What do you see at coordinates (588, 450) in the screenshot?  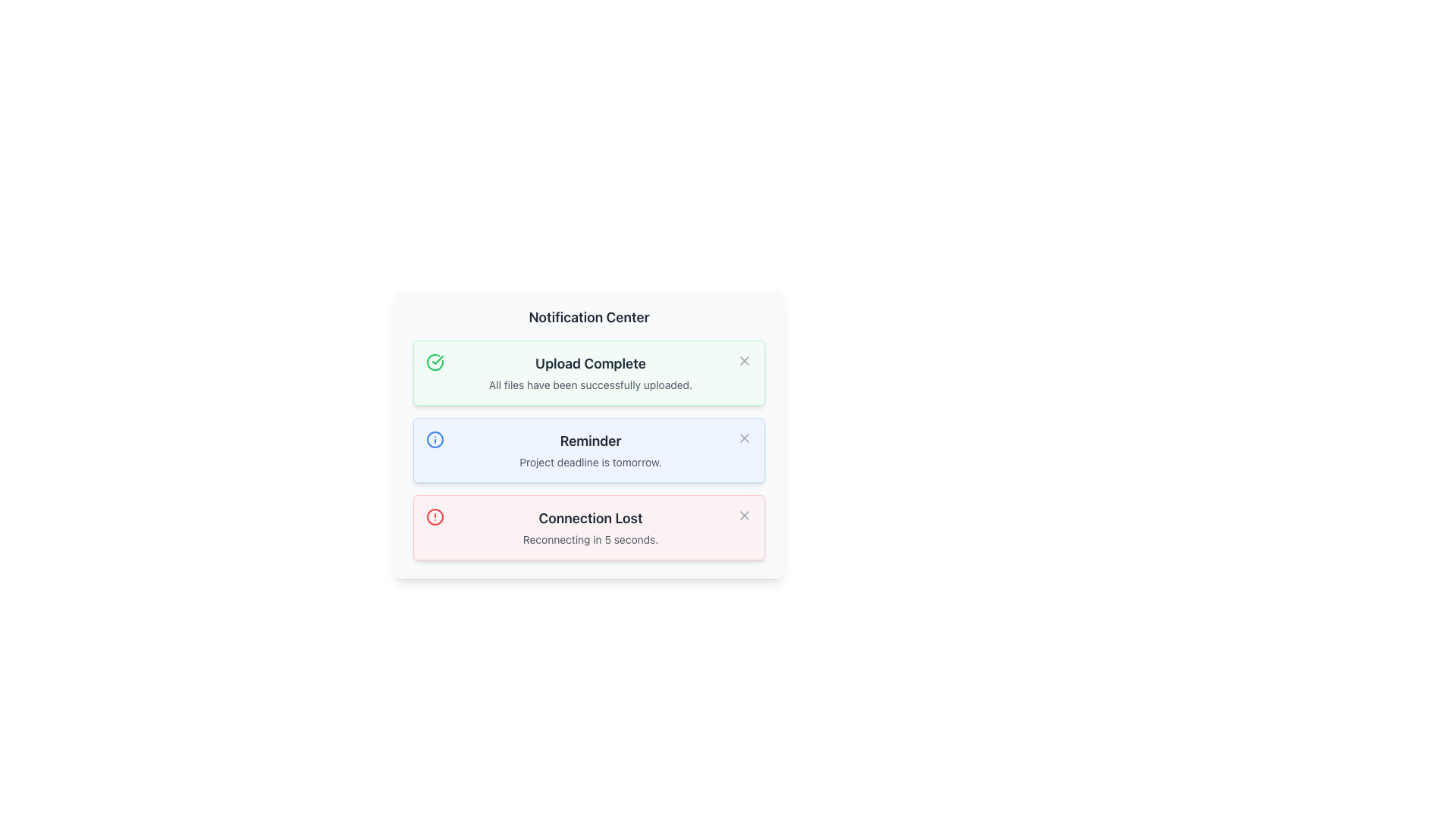 I see `the second notification card in the Notification Center that reminds the user about an upcoming project deadline` at bounding box center [588, 450].